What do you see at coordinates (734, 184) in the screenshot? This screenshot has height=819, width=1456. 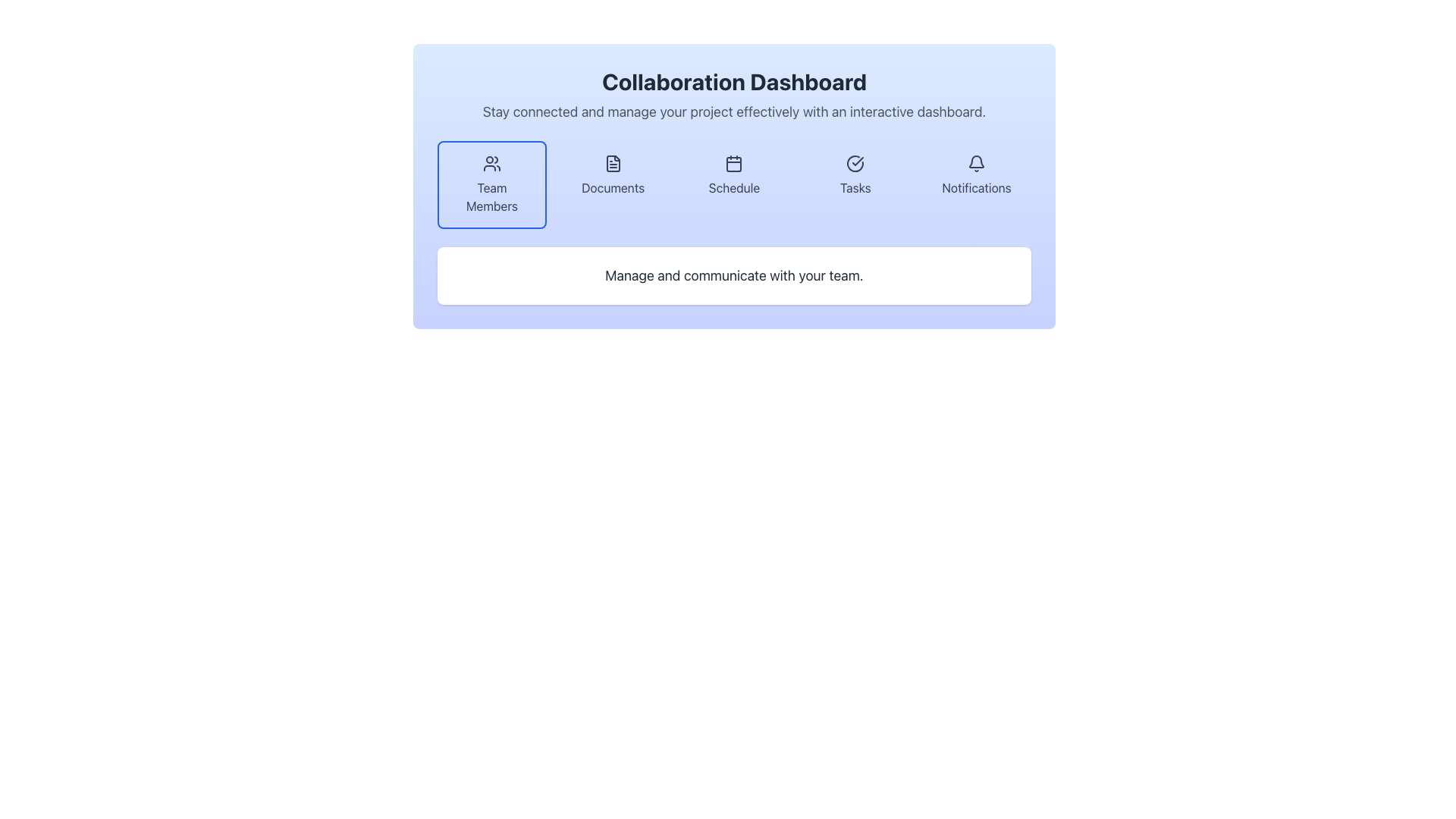 I see `the 'Schedule' button located in the central section of the dashboard` at bounding box center [734, 184].